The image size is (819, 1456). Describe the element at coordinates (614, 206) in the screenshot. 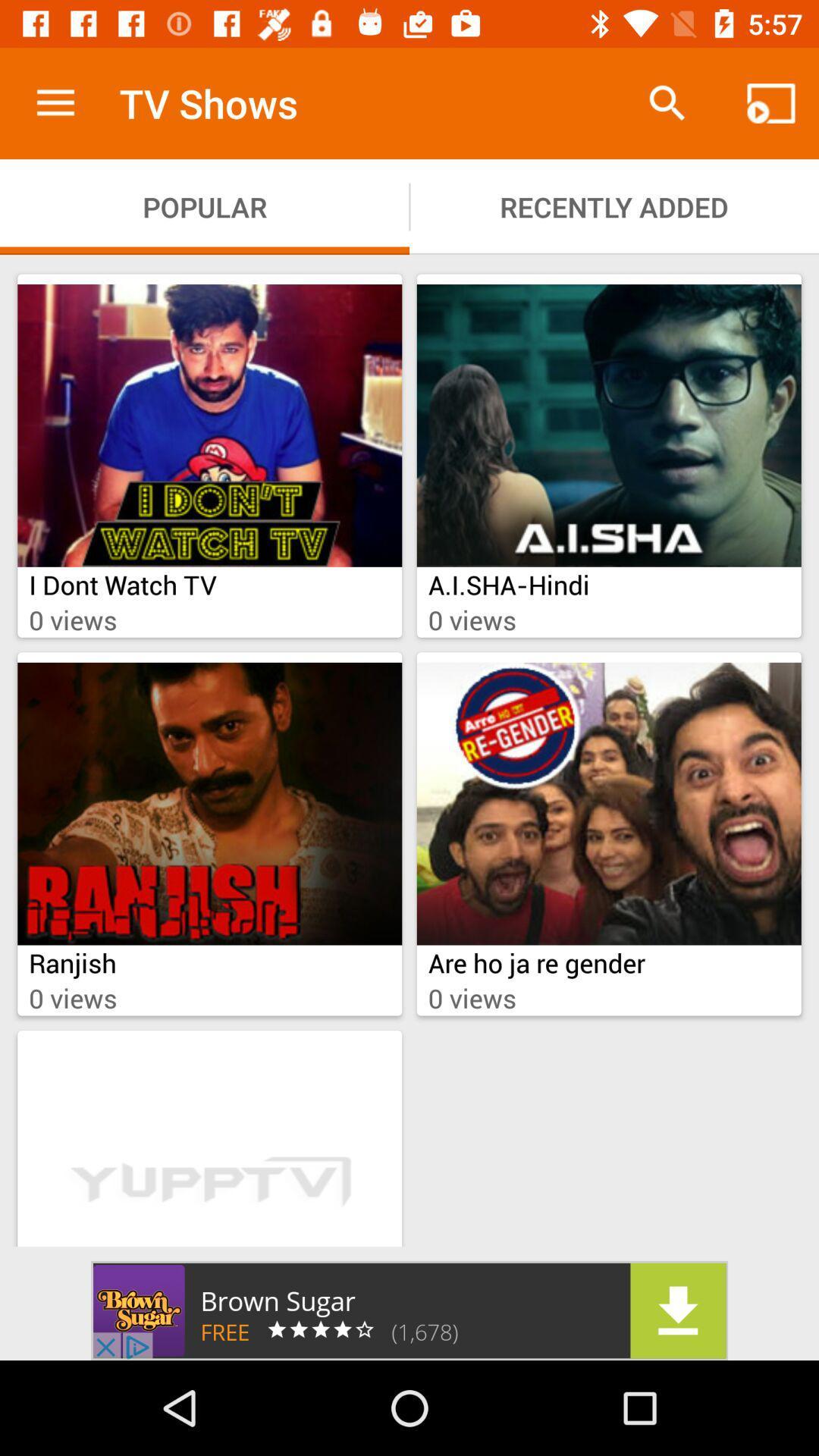

I see `the button right to the popular button` at that location.